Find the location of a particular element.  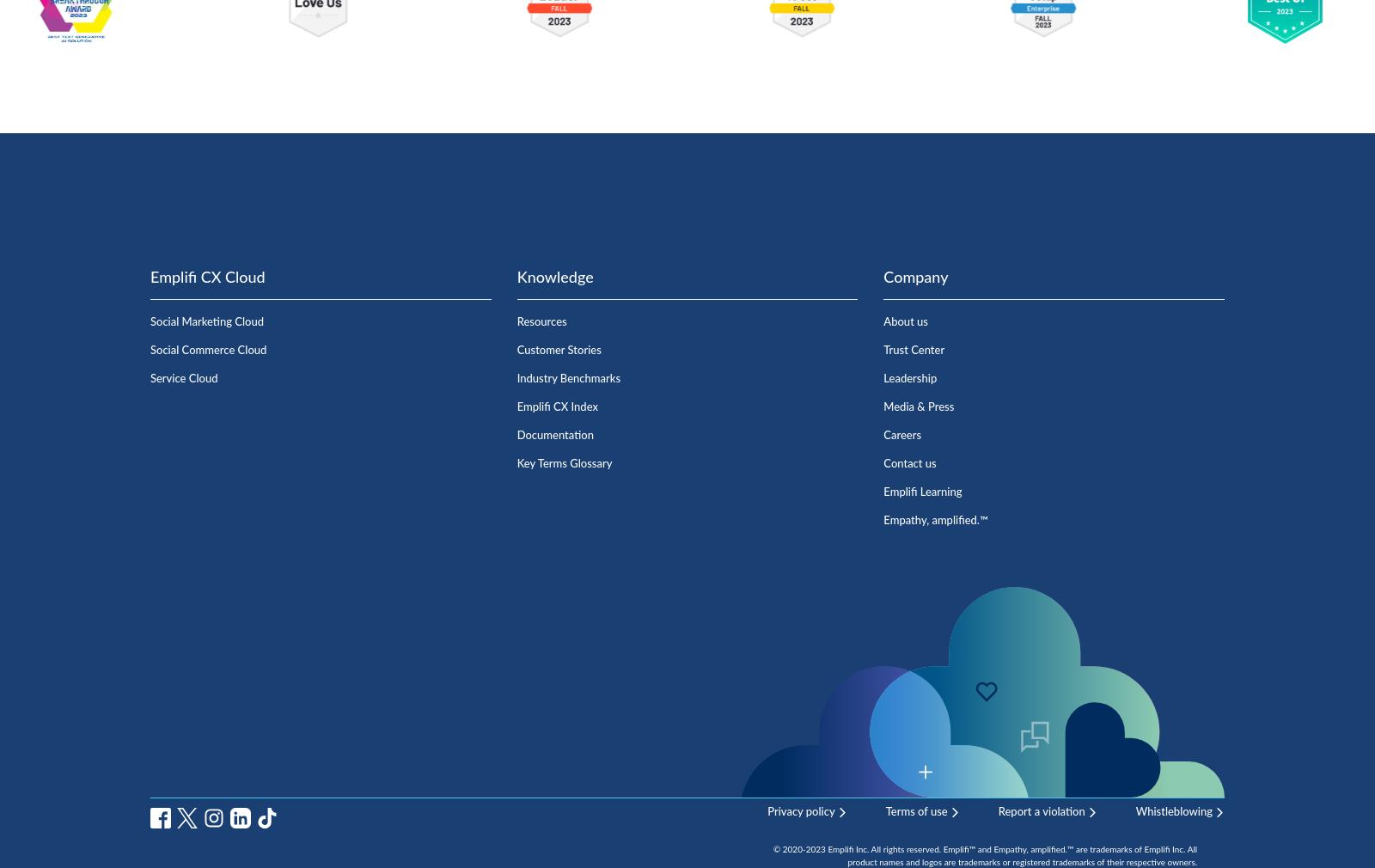

'Privacy policy' is located at coordinates (766, 811).